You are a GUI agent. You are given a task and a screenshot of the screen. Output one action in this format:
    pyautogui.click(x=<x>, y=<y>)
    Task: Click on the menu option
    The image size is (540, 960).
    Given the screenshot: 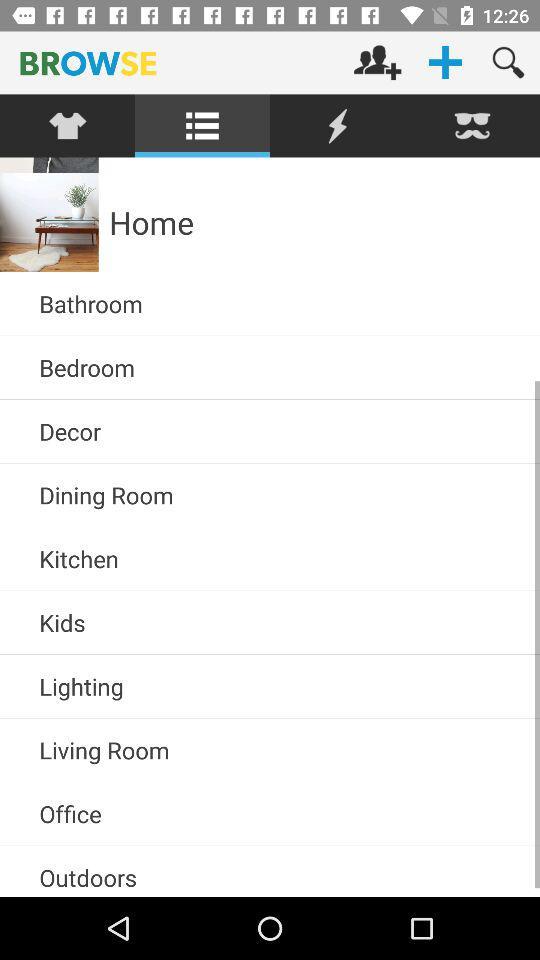 What is the action you would take?
    pyautogui.click(x=202, y=125)
    